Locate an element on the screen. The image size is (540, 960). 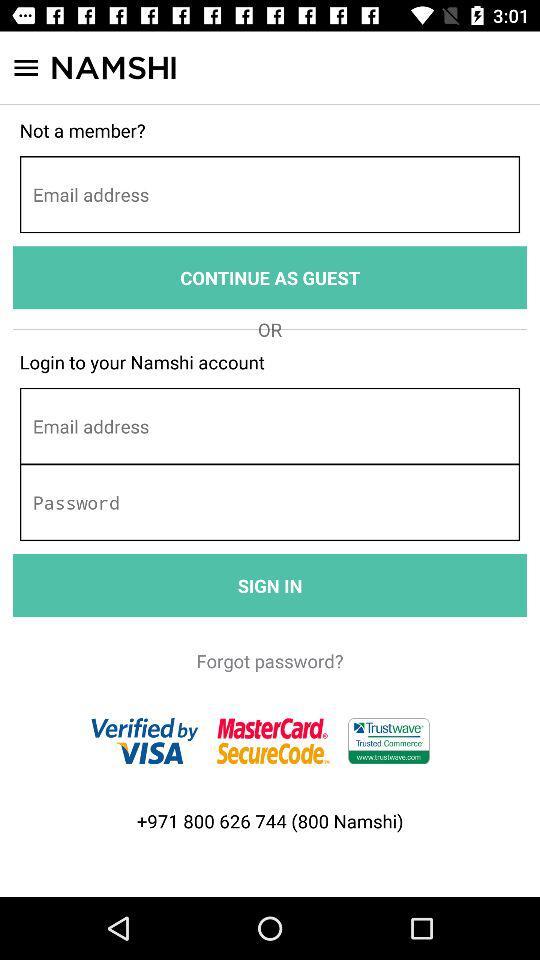
the icon below the sign in icon is located at coordinates (270, 661).